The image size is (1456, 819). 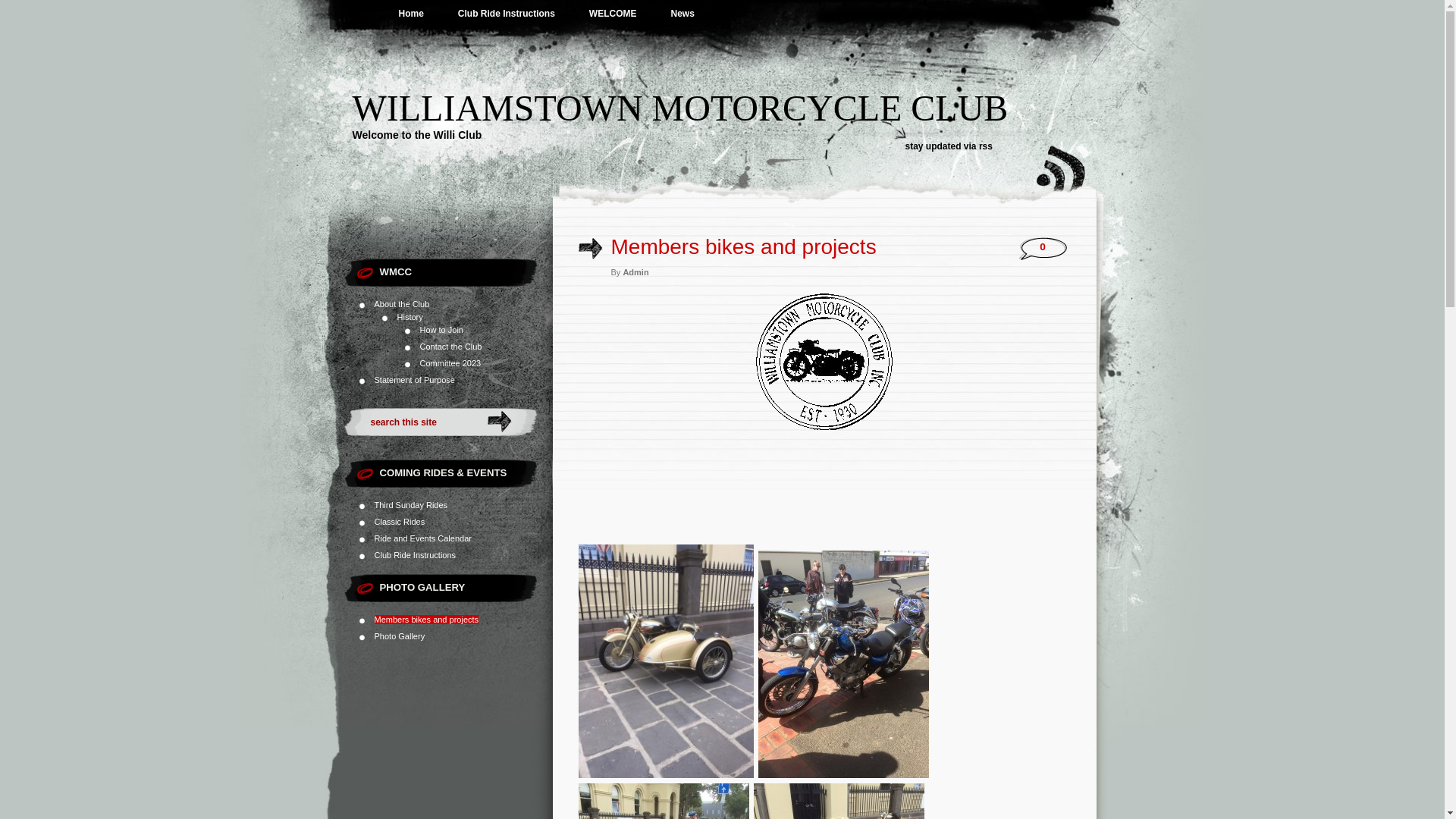 I want to click on 'Third Sunday Rides', so click(x=411, y=505).